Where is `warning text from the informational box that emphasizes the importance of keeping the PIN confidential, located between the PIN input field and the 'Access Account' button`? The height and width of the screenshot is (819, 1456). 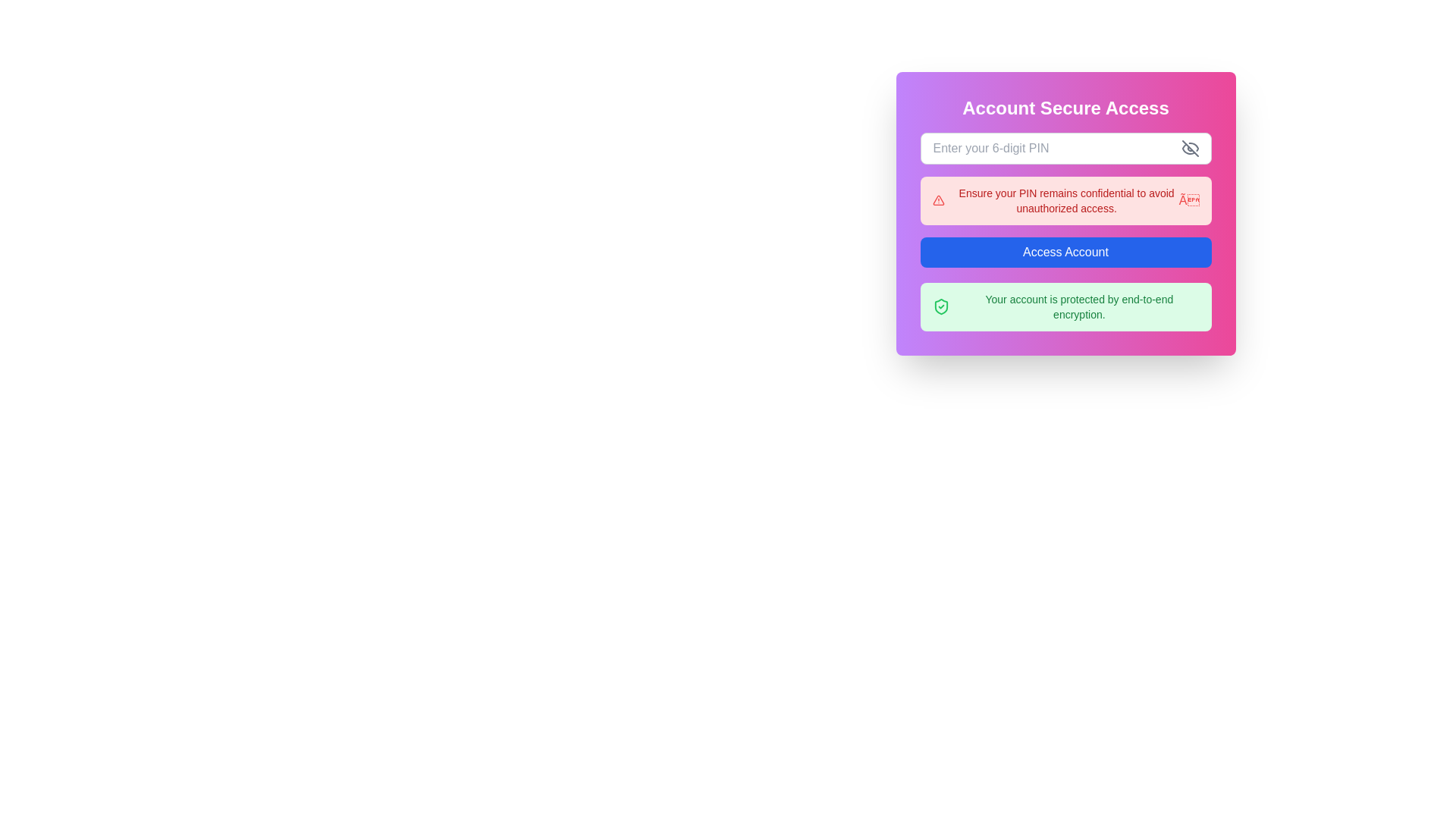
warning text from the informational box that emphasizes the importance of keeping the PIN confidential, located between the PIN input field and the 'Access Account' button is located at coordinates (1065, 200).